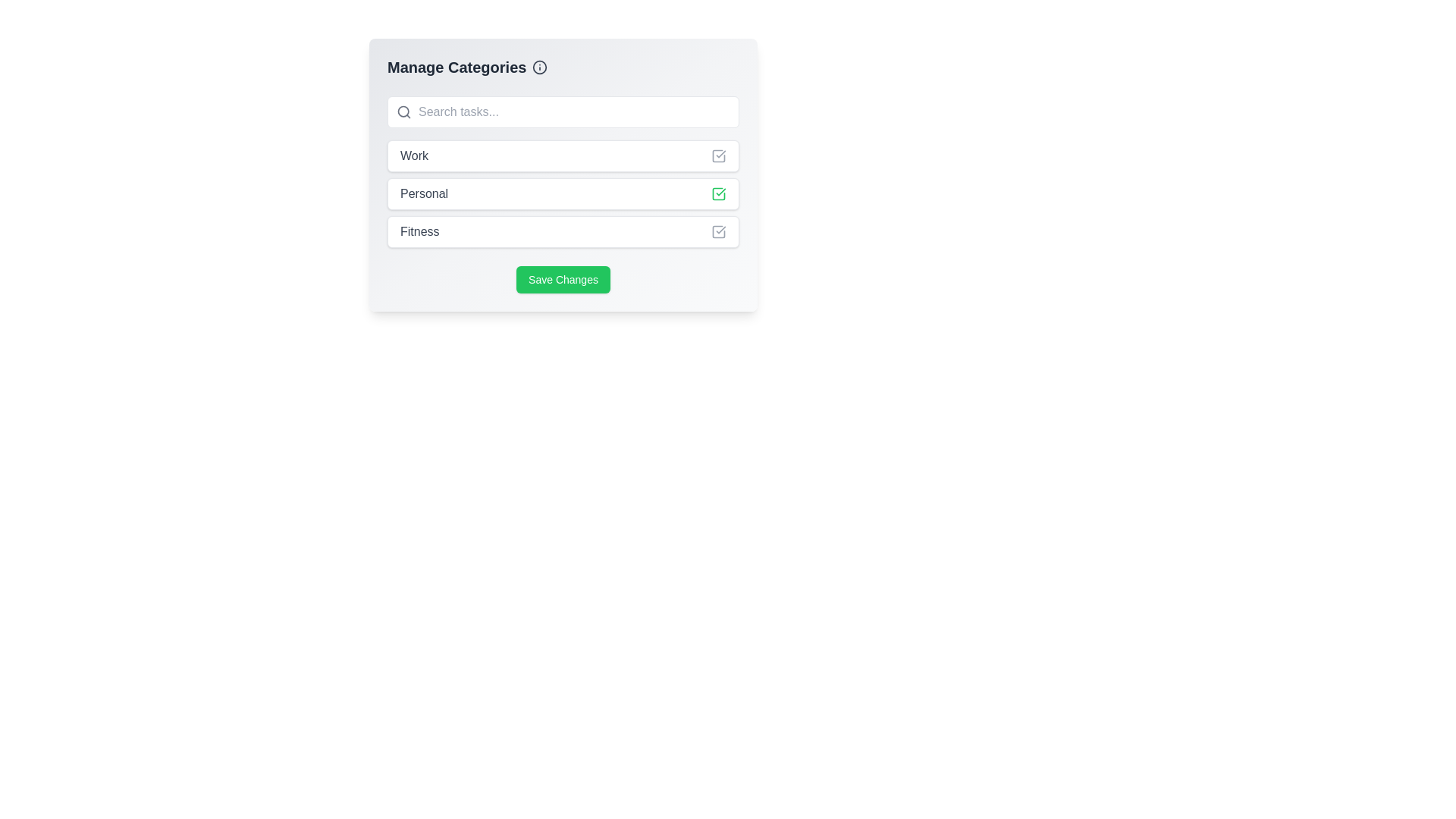  What do you see at coordinates (563, 174) in the screenshot?
I see `the selectable category labeled 'Personal' in the list` at bounding box center [563, 174].